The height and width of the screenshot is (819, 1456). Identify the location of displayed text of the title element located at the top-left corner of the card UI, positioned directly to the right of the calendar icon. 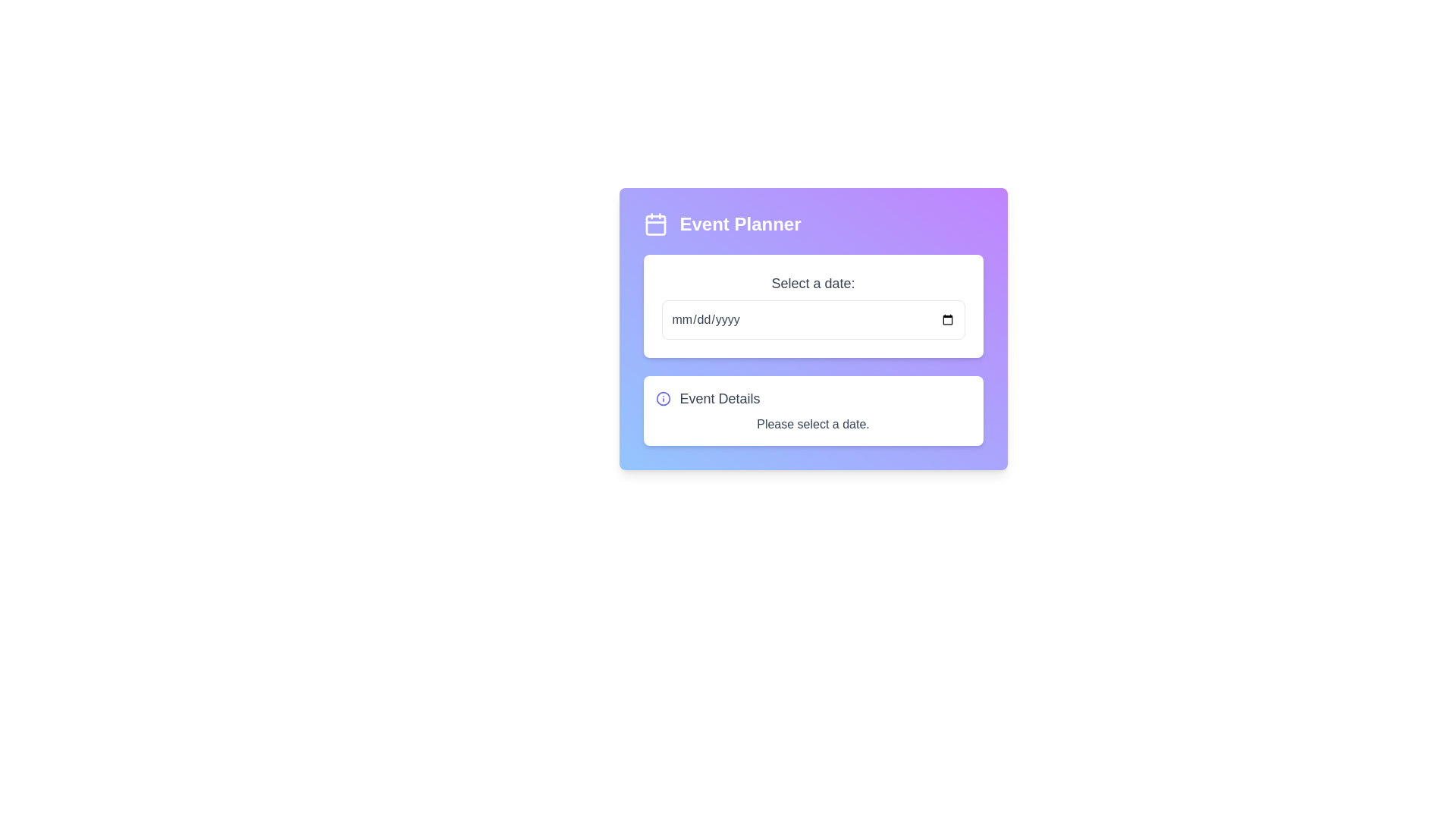
(740, 224).